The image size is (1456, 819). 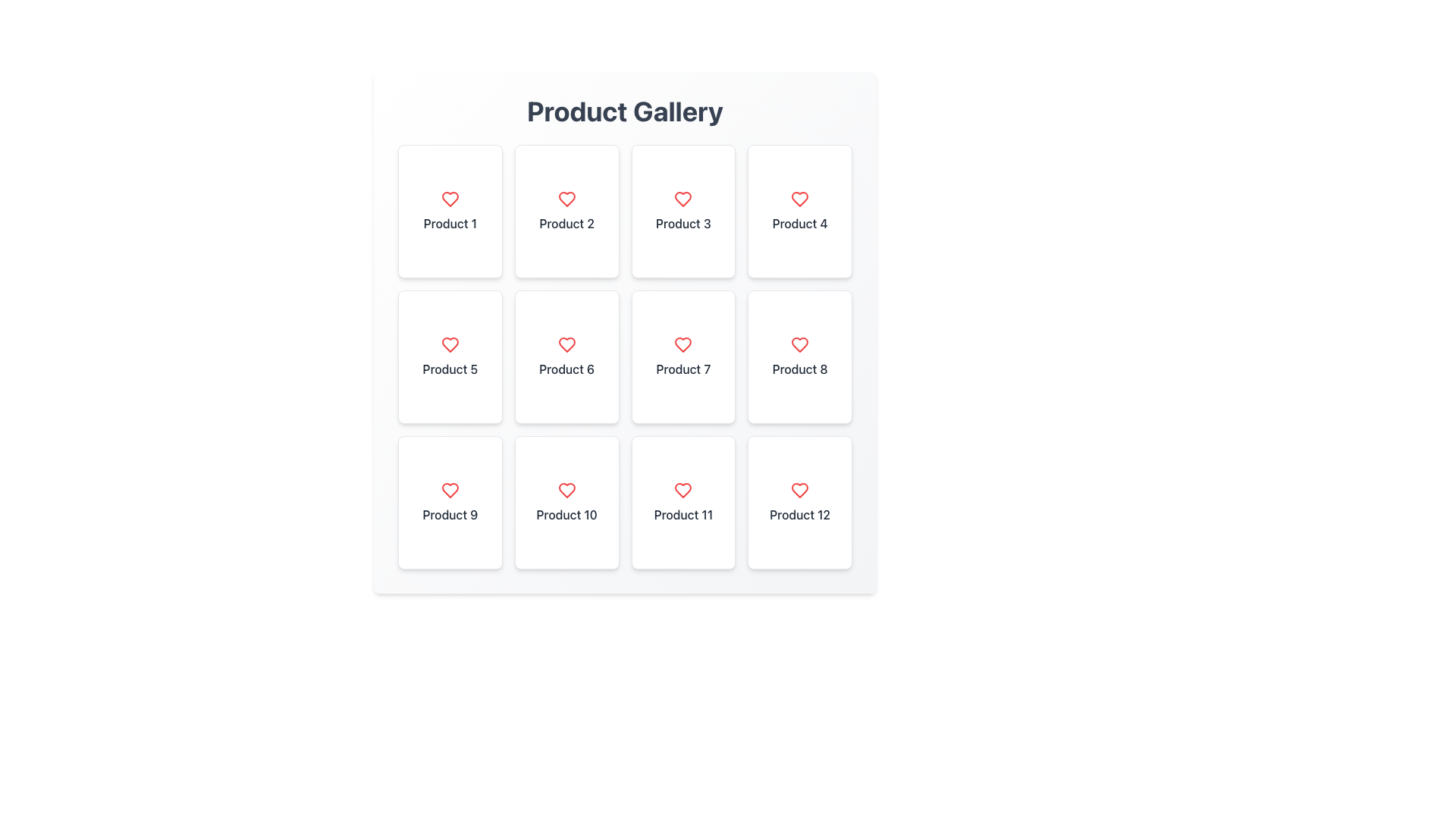 I want to click on the title text of the product located in the second card of a 4x3 grid arrangement, positioned under the heart icon, to trigger hover effects, so click(x=566, y=223).